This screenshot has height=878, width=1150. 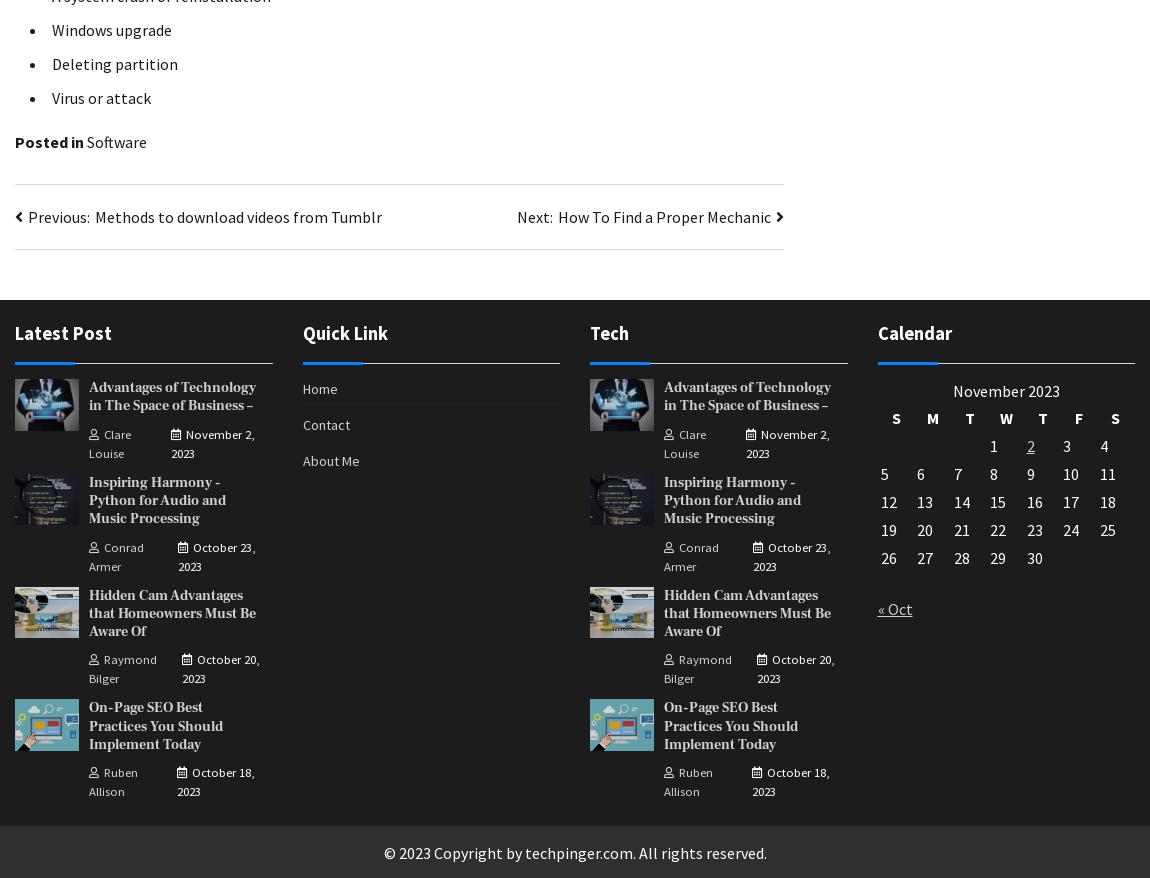 I want to click on '18', so click(x=1106, y=502).